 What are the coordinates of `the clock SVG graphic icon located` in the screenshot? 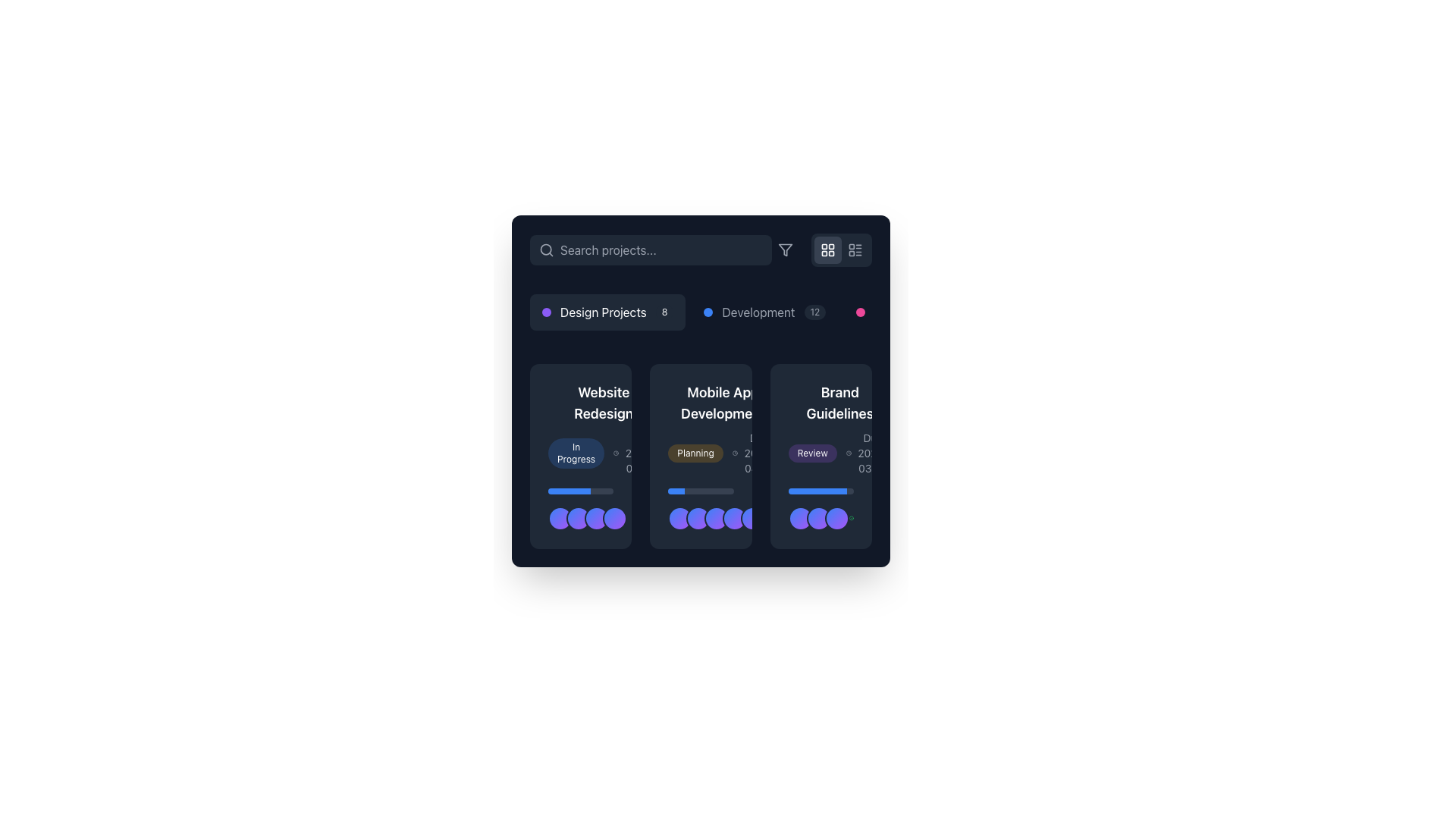 It's located at (848, 452).